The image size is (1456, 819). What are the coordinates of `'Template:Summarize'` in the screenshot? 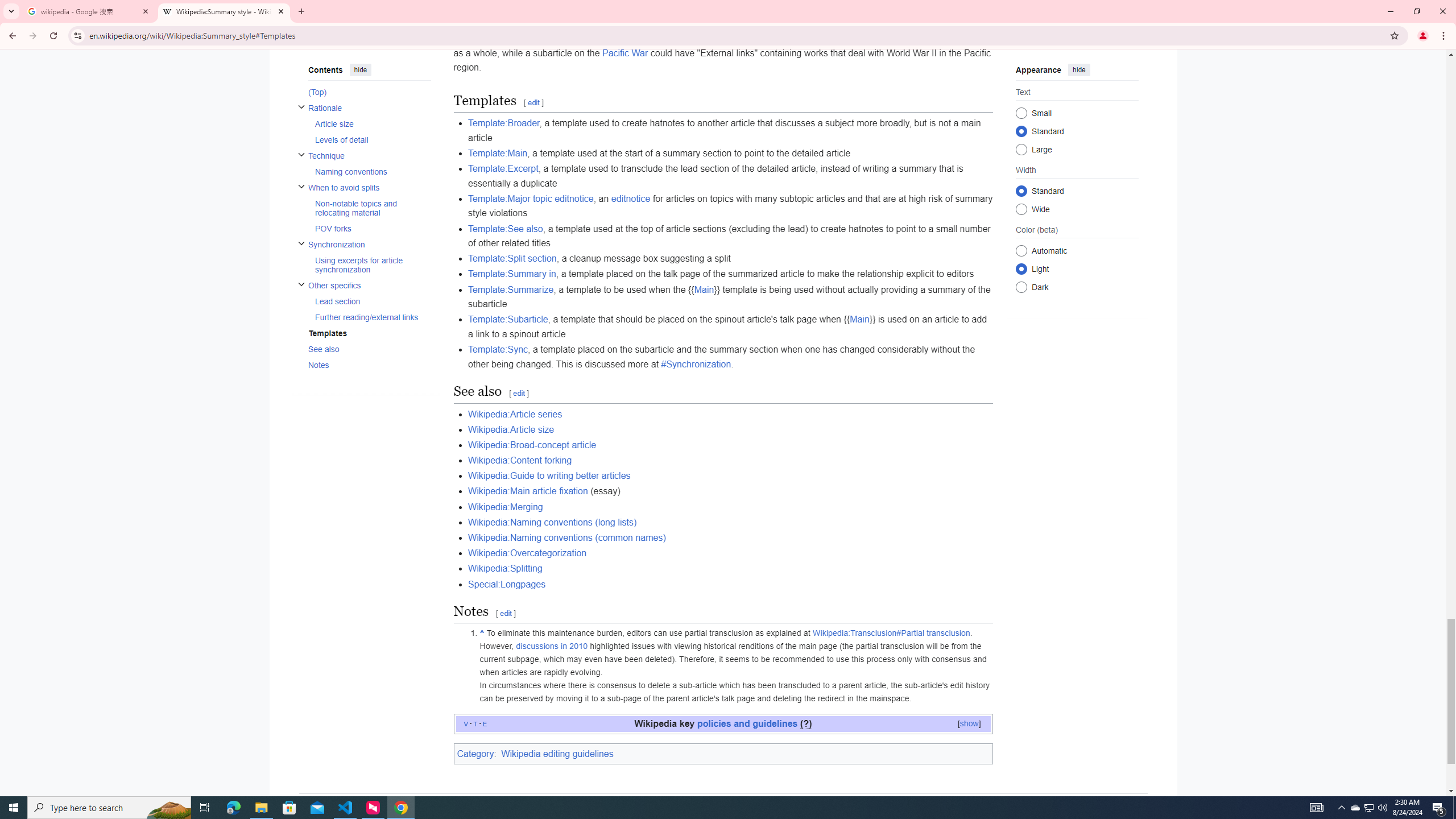 It's located at (510, 289).